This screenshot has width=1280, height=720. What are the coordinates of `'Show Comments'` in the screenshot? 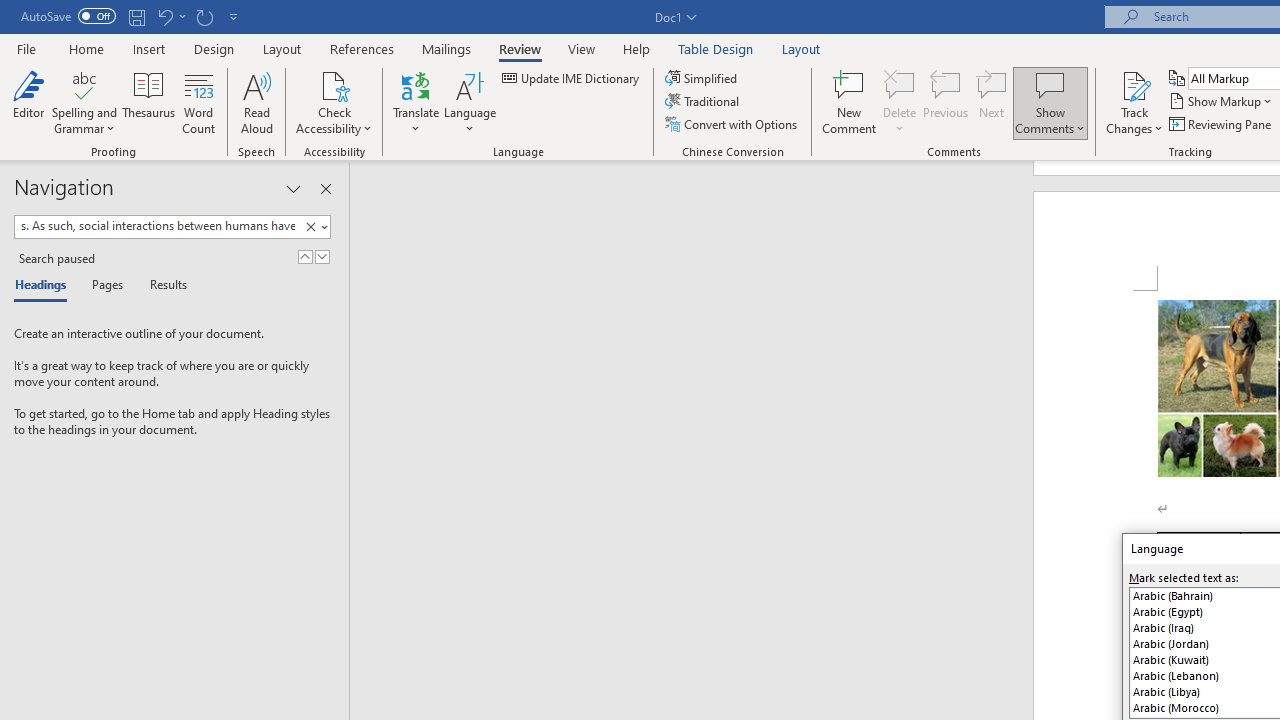 It's located at (1049, 84).